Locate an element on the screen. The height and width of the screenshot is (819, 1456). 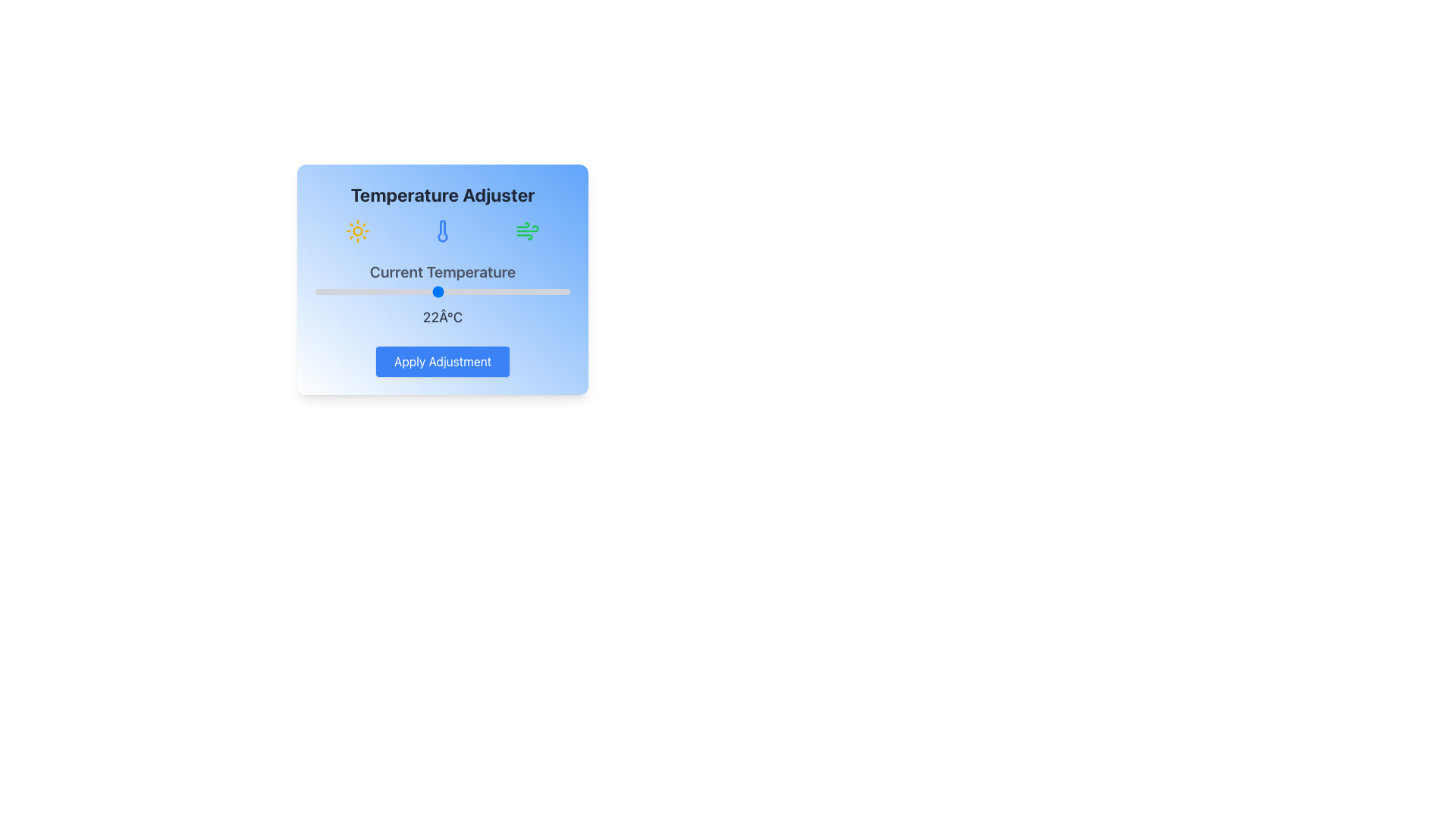
the temperature is located at coordinates (488, 292).